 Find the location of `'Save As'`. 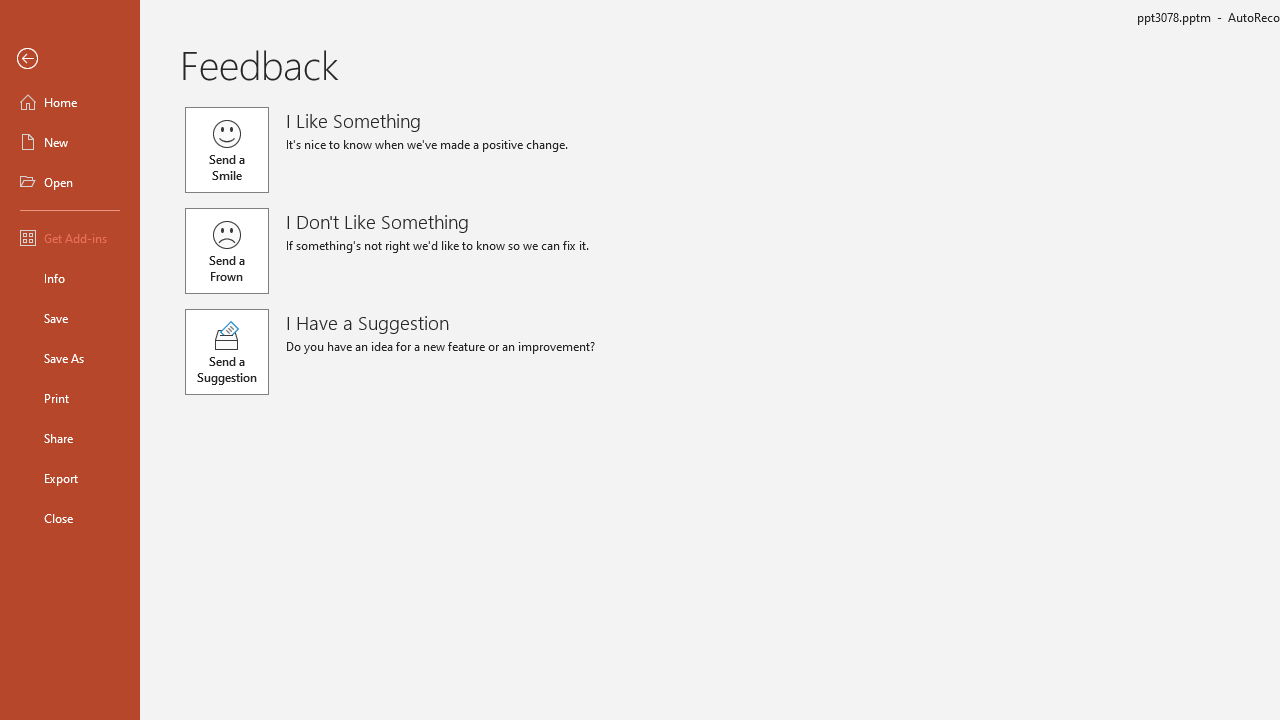

'Save As' is located at coordinates (69, 356).